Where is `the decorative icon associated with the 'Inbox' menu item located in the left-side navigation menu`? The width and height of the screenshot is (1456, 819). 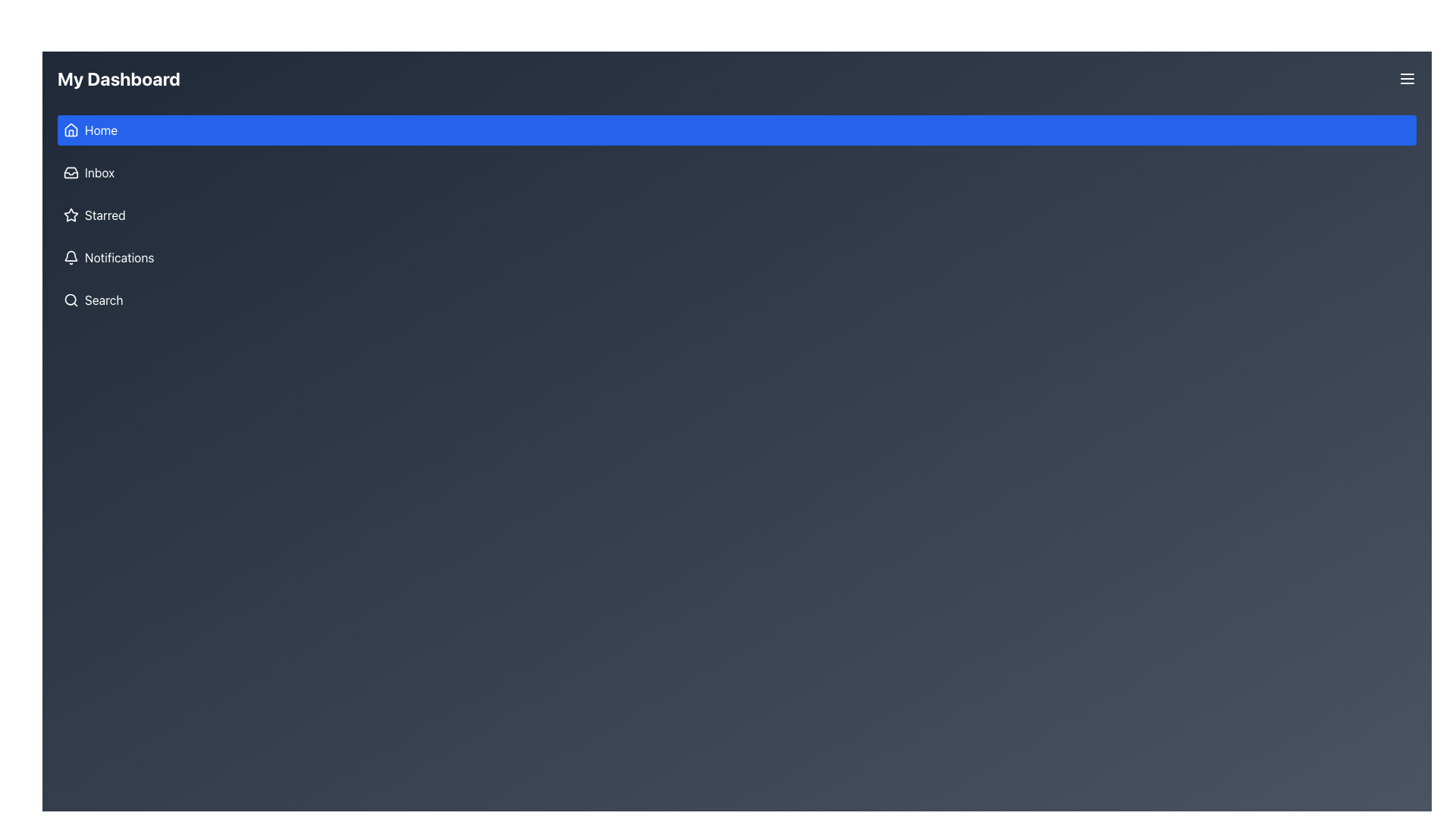 the decorative icon associated with the 'Inbox' menu item located in the left-side navigation menu is located at coordinates (71, 171).